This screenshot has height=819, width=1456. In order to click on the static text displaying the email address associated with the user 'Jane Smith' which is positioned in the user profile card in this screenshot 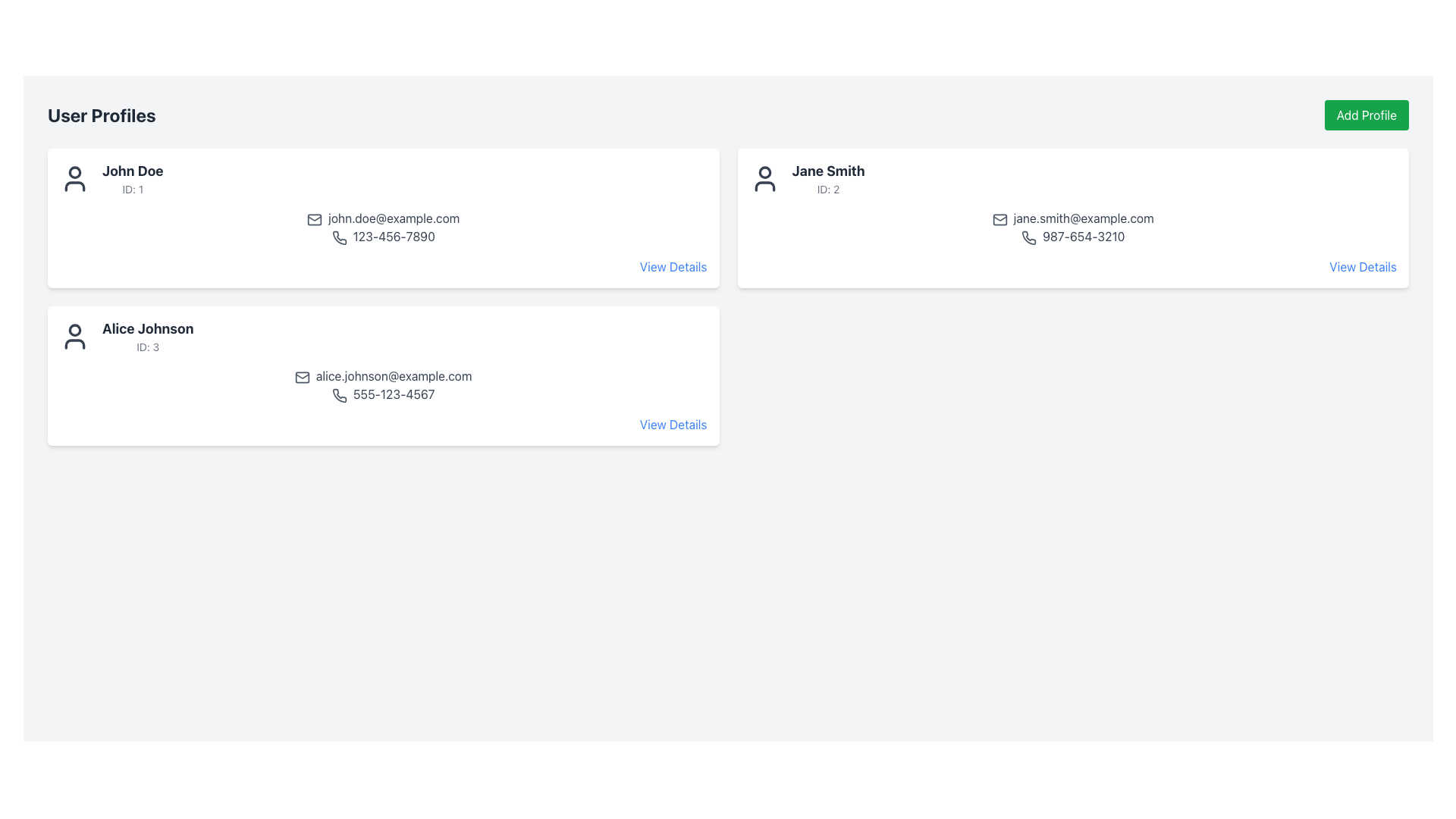, I will do `click(1072, 218)`.